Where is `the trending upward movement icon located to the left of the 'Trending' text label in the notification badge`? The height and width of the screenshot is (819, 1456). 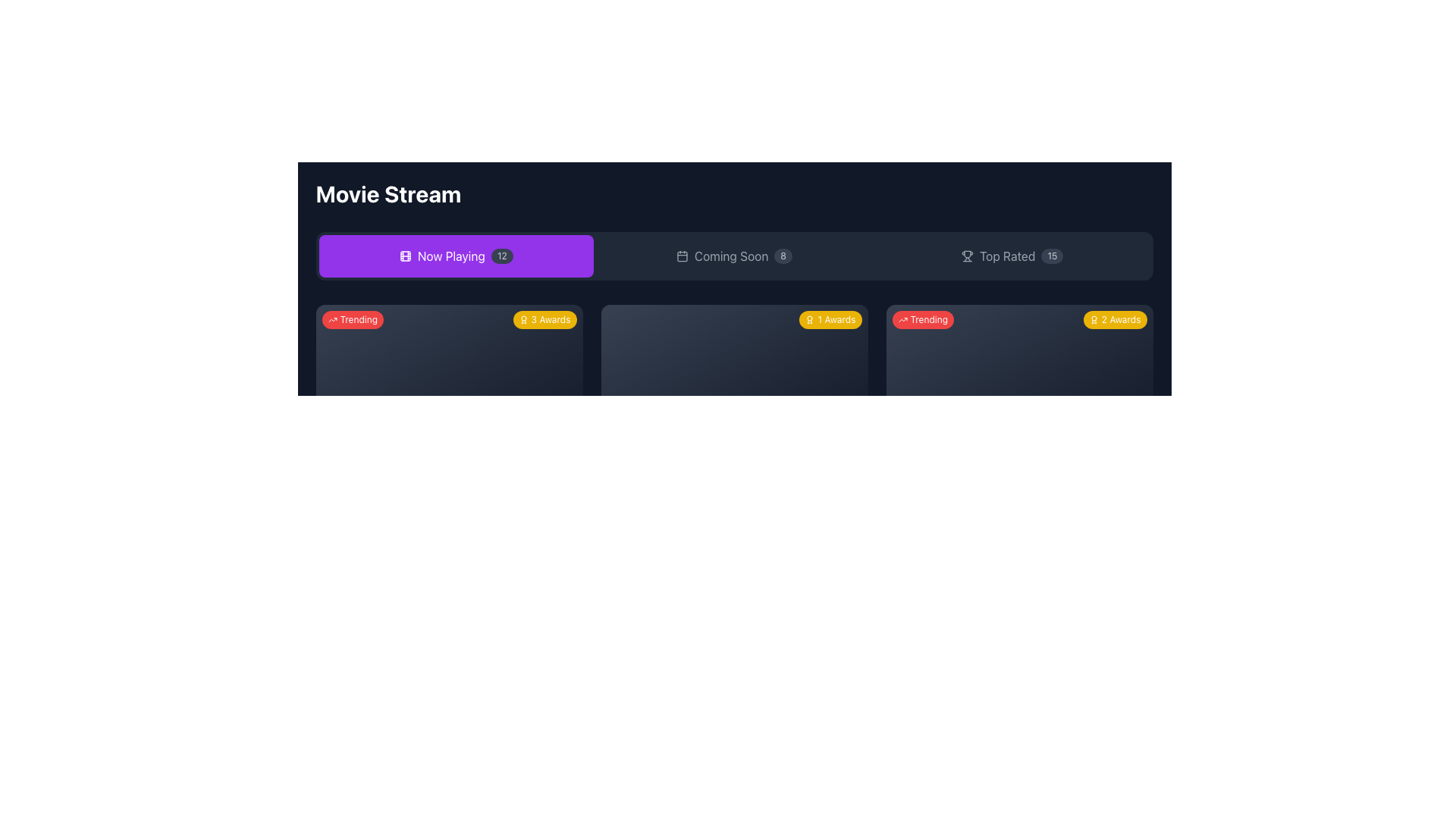
the trending upward movement icon located to the left of the 'Trending' text label in the notification badge is located at coordinates (331, 318).